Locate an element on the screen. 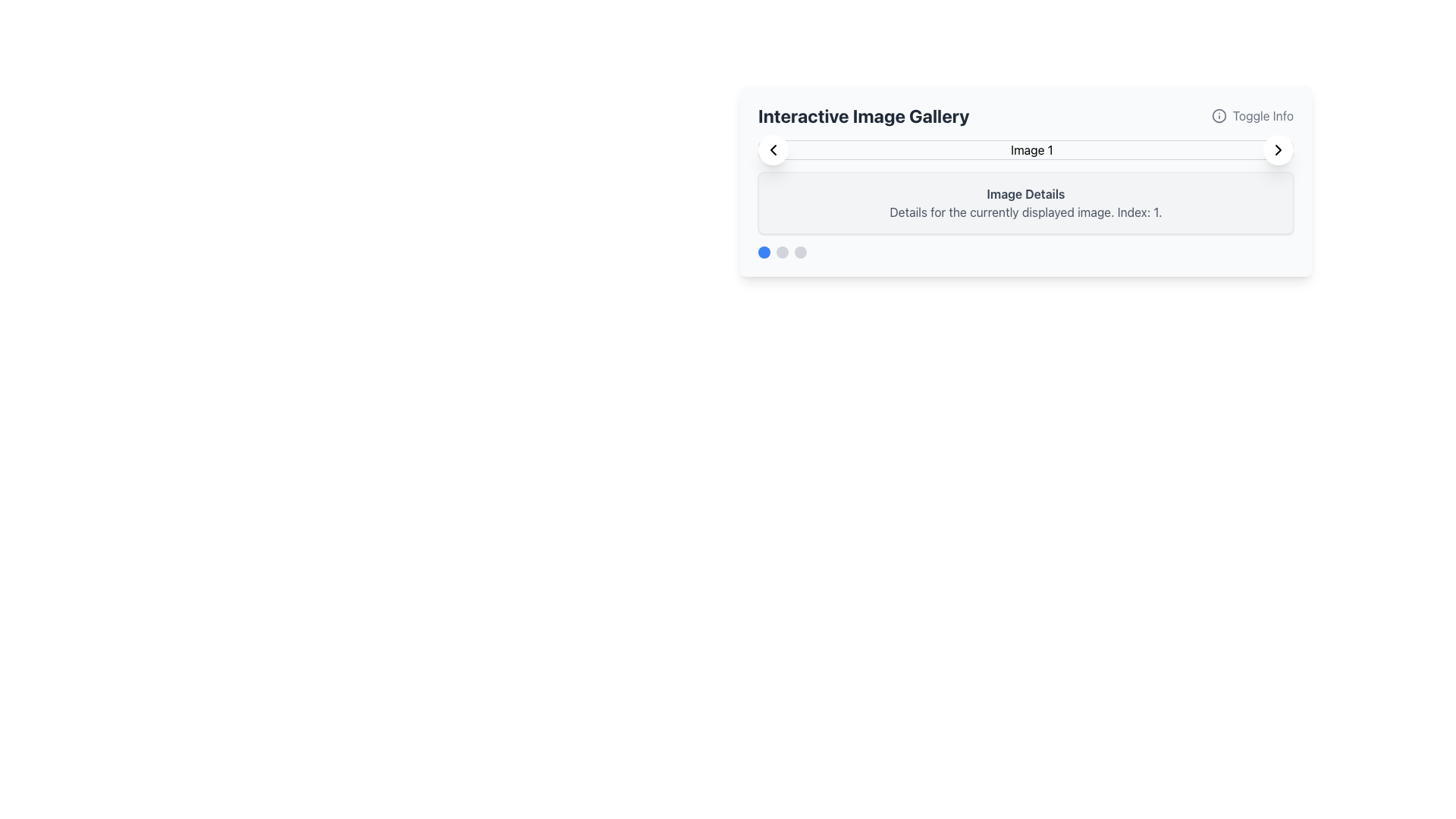  the third circular navigation button located at the bottom-left corner of the interactive image gallery is located at coordinates (800, 251).